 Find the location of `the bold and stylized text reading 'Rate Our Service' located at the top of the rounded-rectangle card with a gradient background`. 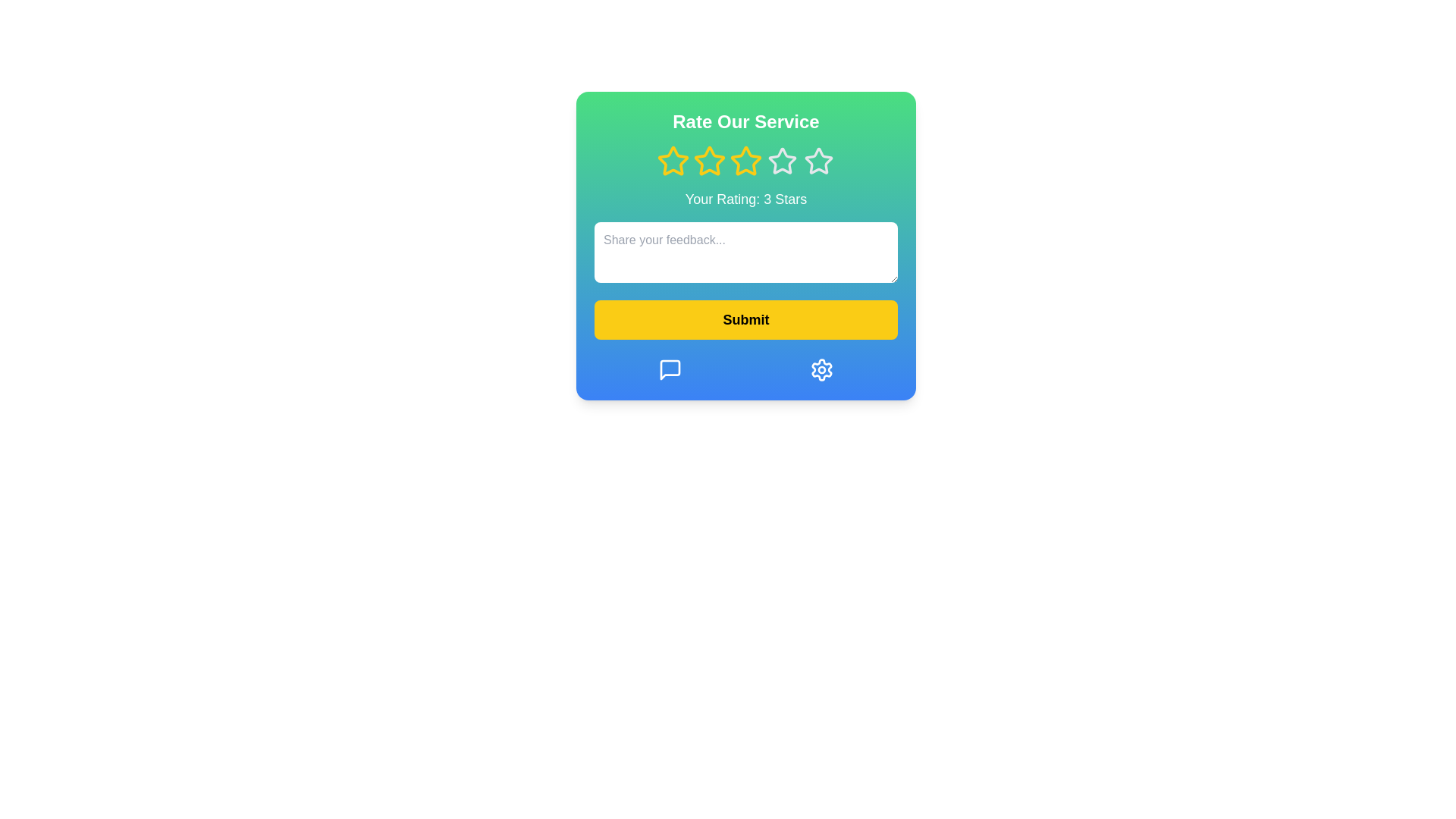

the bold and stylized text reading 'Rate Our Service' located at the top of the rounded-rectangle card with a gradient background is located at coordinates (745, 121).